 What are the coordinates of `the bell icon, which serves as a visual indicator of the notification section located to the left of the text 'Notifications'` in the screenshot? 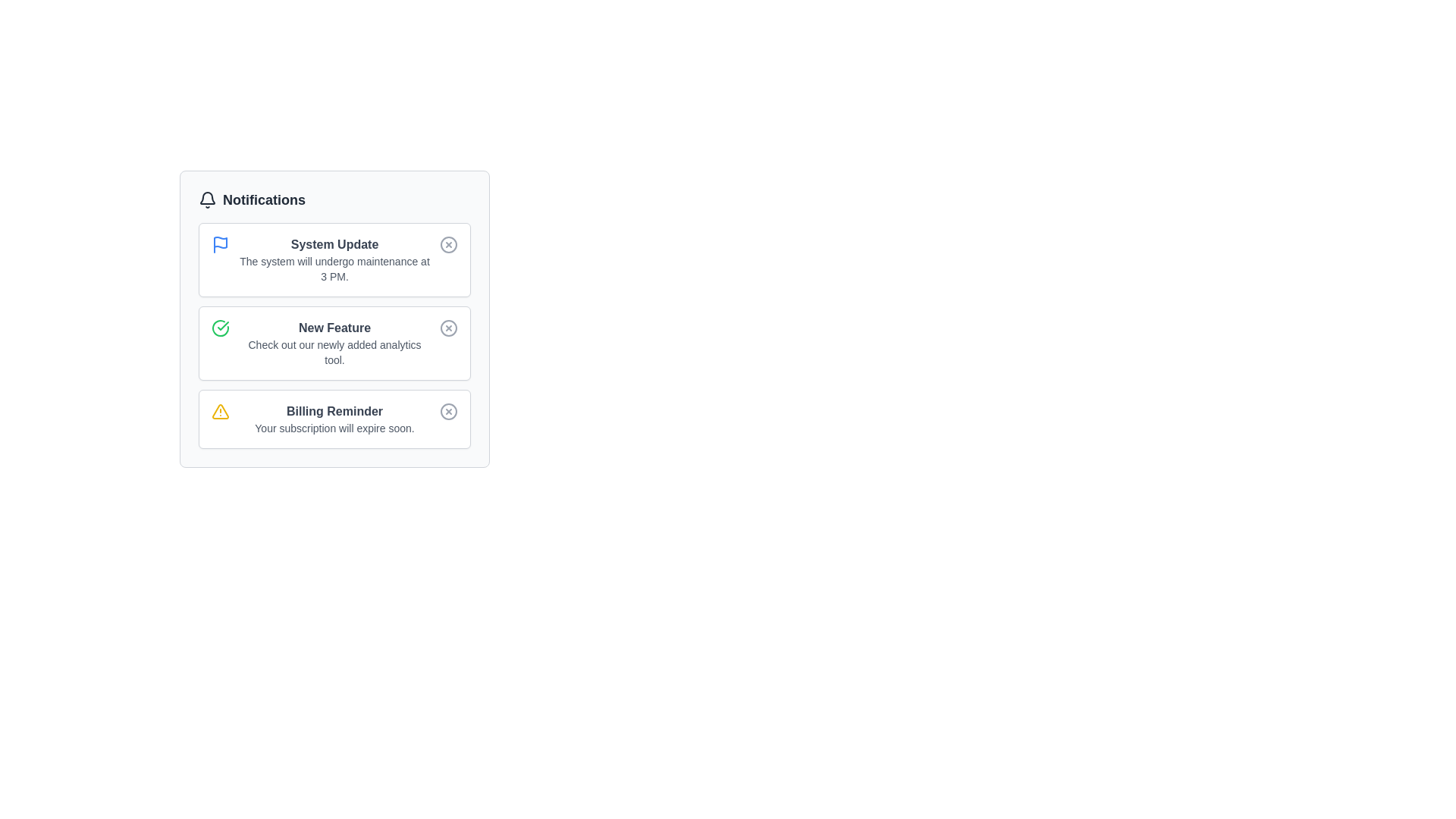 It's located at (206, 199).